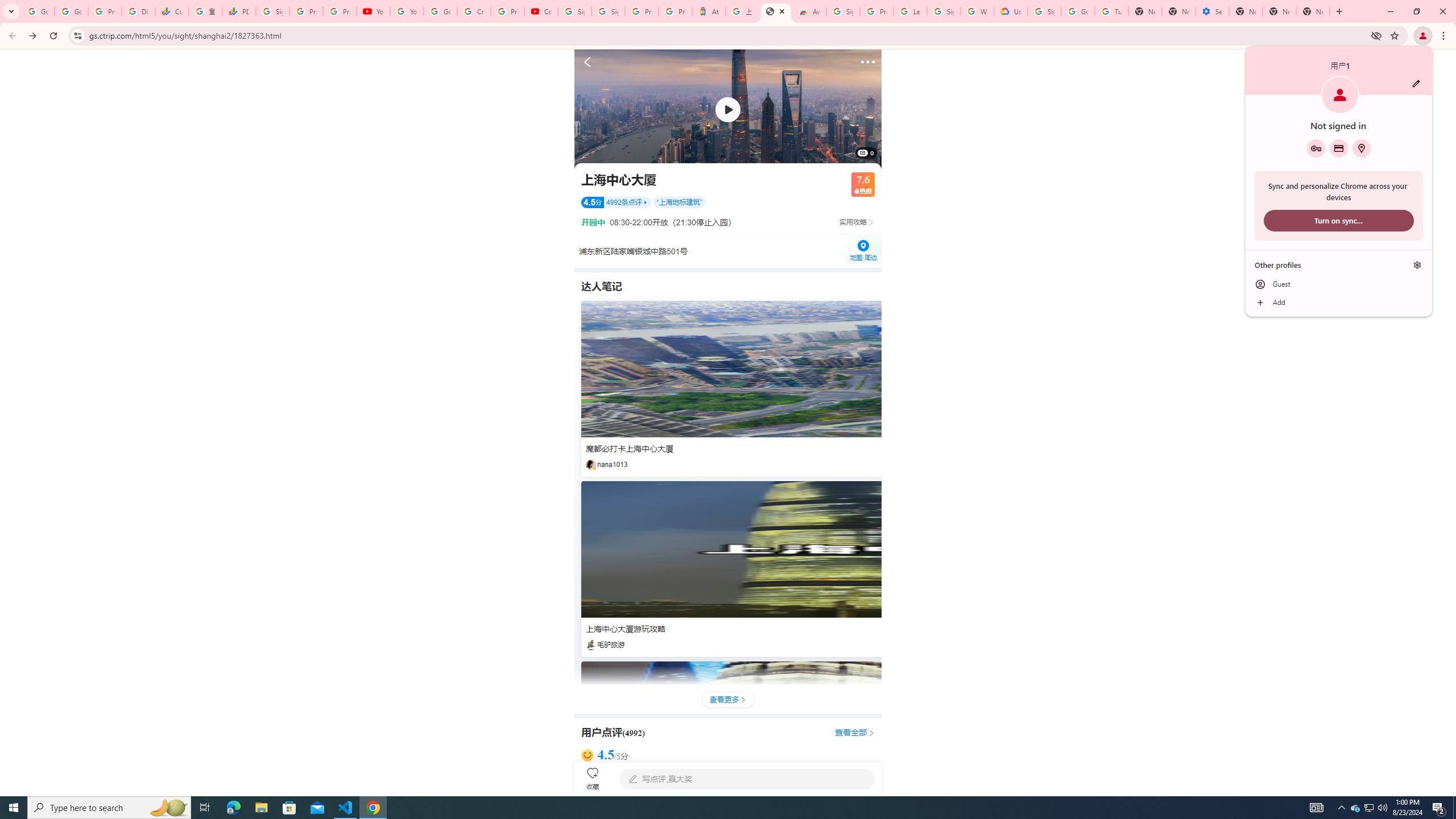 The image size is (1456, 819). What do you see at coordinates (406, 11) in the screenshot?
I see `'YouTube'` at bounding box center [406, 11].